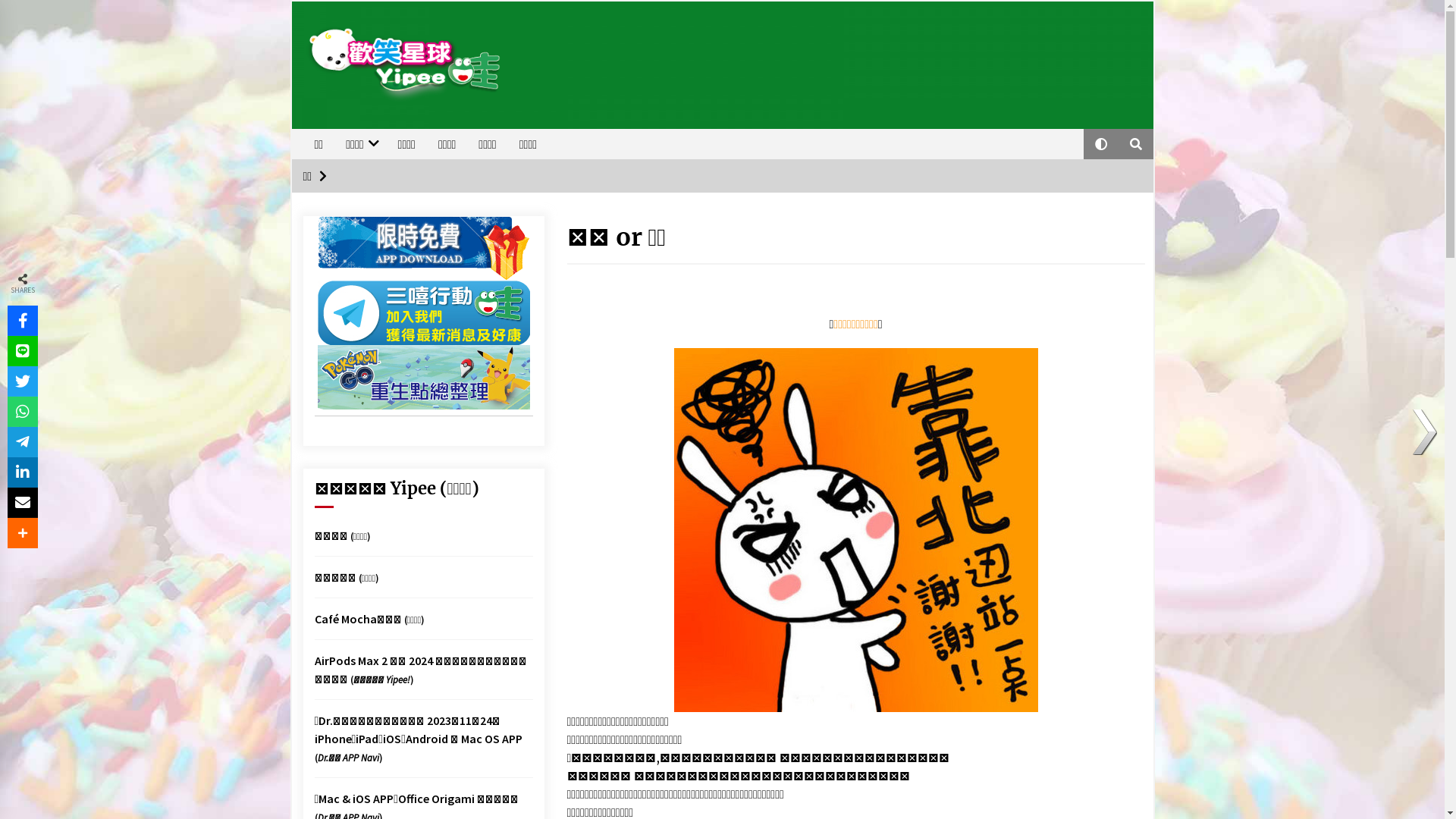 This screenshot has height=819, width=1456. Describe the element at coordinates (22, 350) in the screenshot. I see `'Line'` at that location.